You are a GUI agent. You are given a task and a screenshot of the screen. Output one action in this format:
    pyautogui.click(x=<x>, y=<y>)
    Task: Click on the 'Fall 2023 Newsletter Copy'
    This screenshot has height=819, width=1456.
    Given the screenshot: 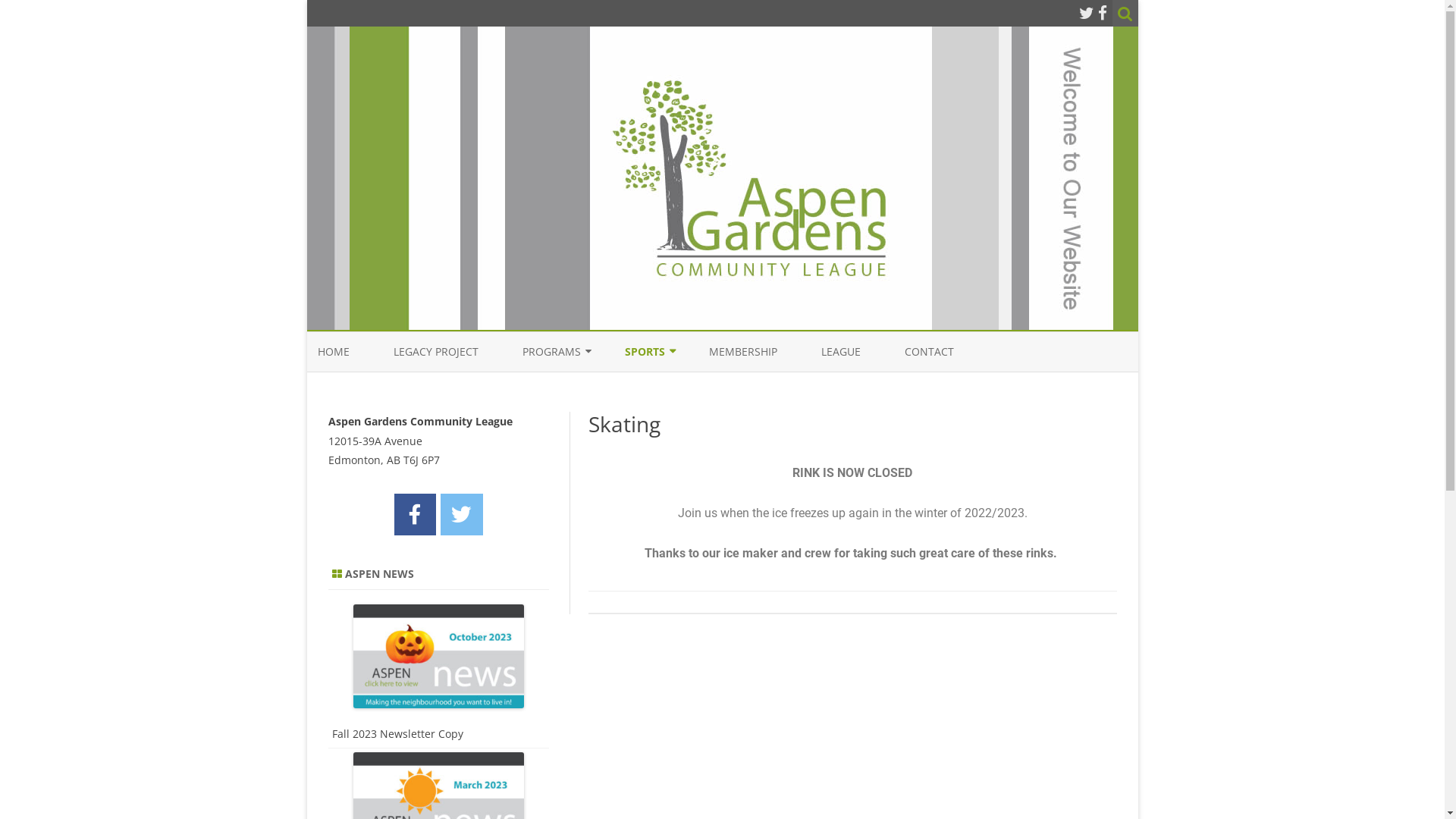 What is the action you would take?
    pyautogui.click(x=397, y=733)
    